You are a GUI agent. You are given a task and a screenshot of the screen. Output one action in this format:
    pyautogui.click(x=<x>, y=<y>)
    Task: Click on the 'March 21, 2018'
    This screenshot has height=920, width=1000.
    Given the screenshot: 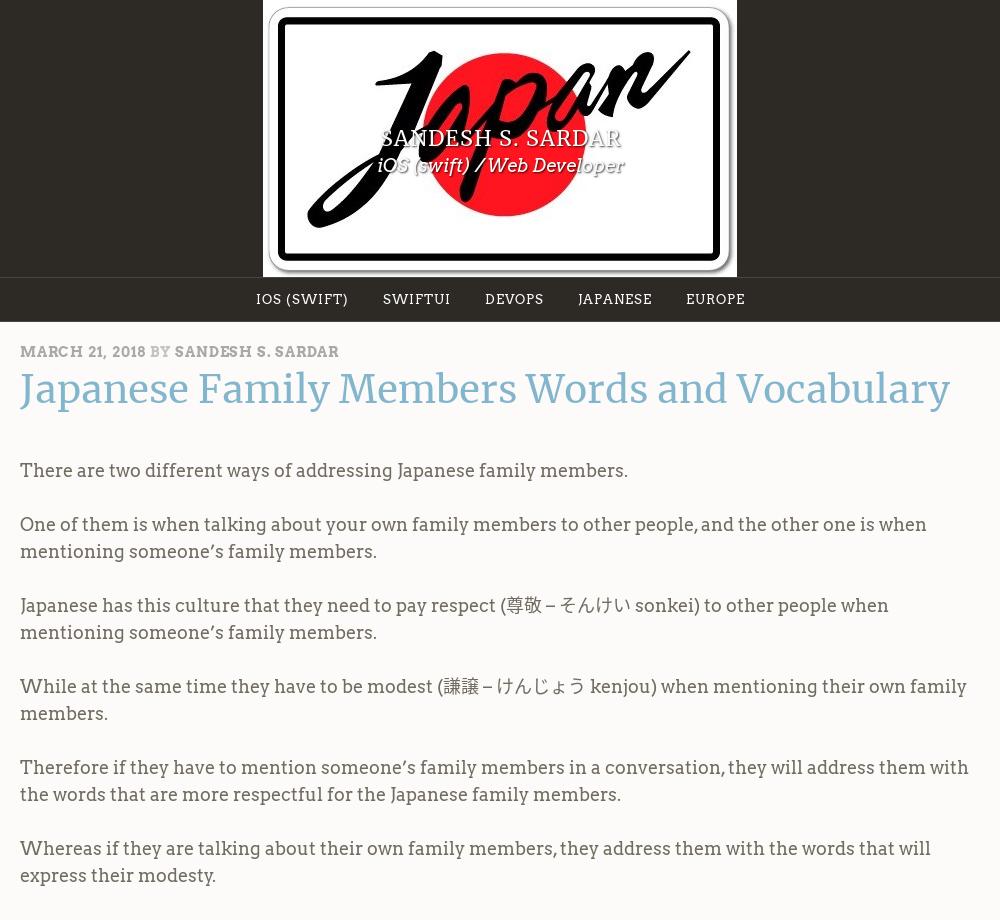 What is the action you would take?
    pyautogui.click(x=82, y=350)
    